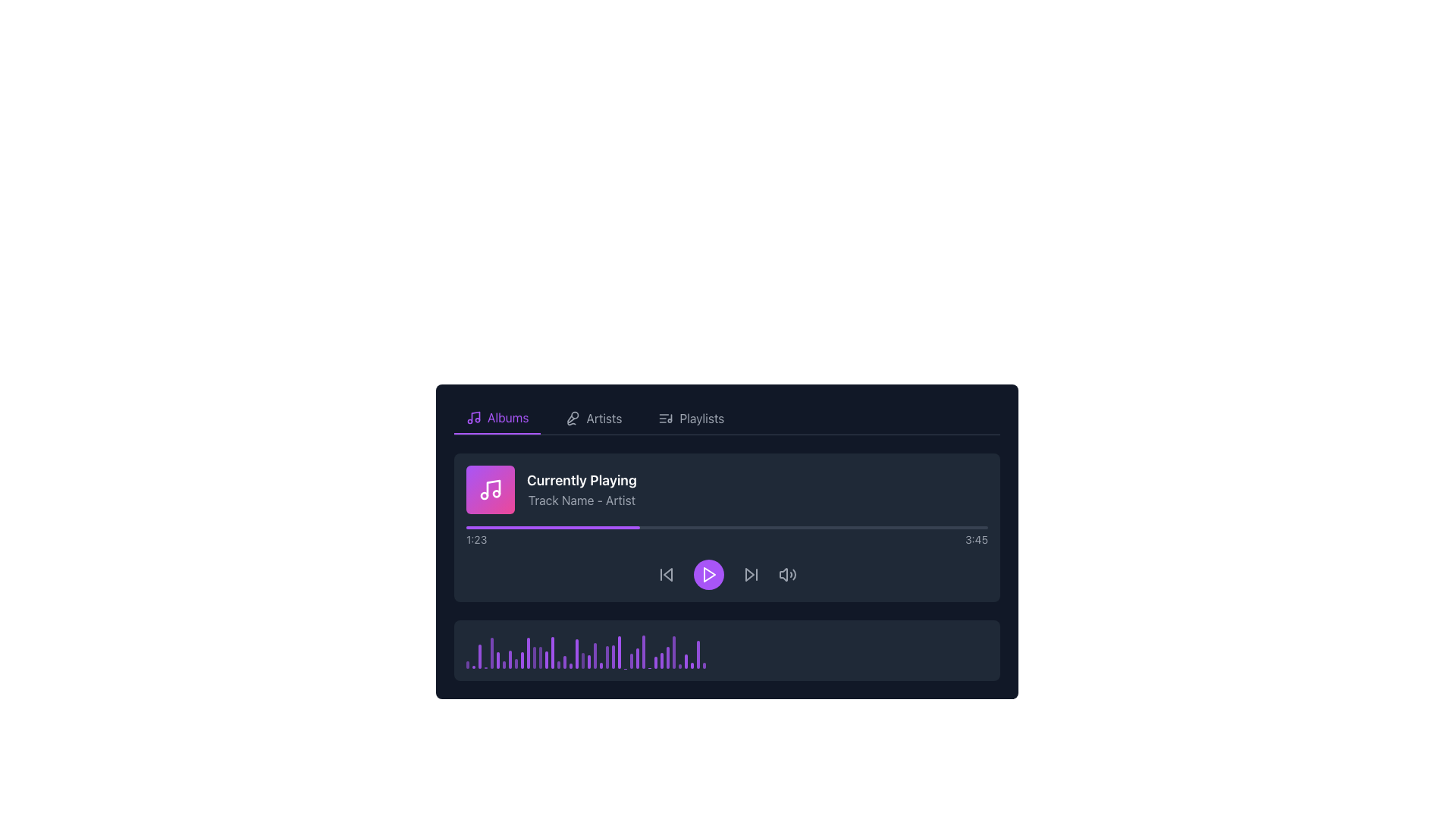 The height and width of the screenshot is (819, 1456). I want to click on the music player interface to control playback, which is centrally located below the tab navigation bar and above the frequency bar display, so click(726, 540).